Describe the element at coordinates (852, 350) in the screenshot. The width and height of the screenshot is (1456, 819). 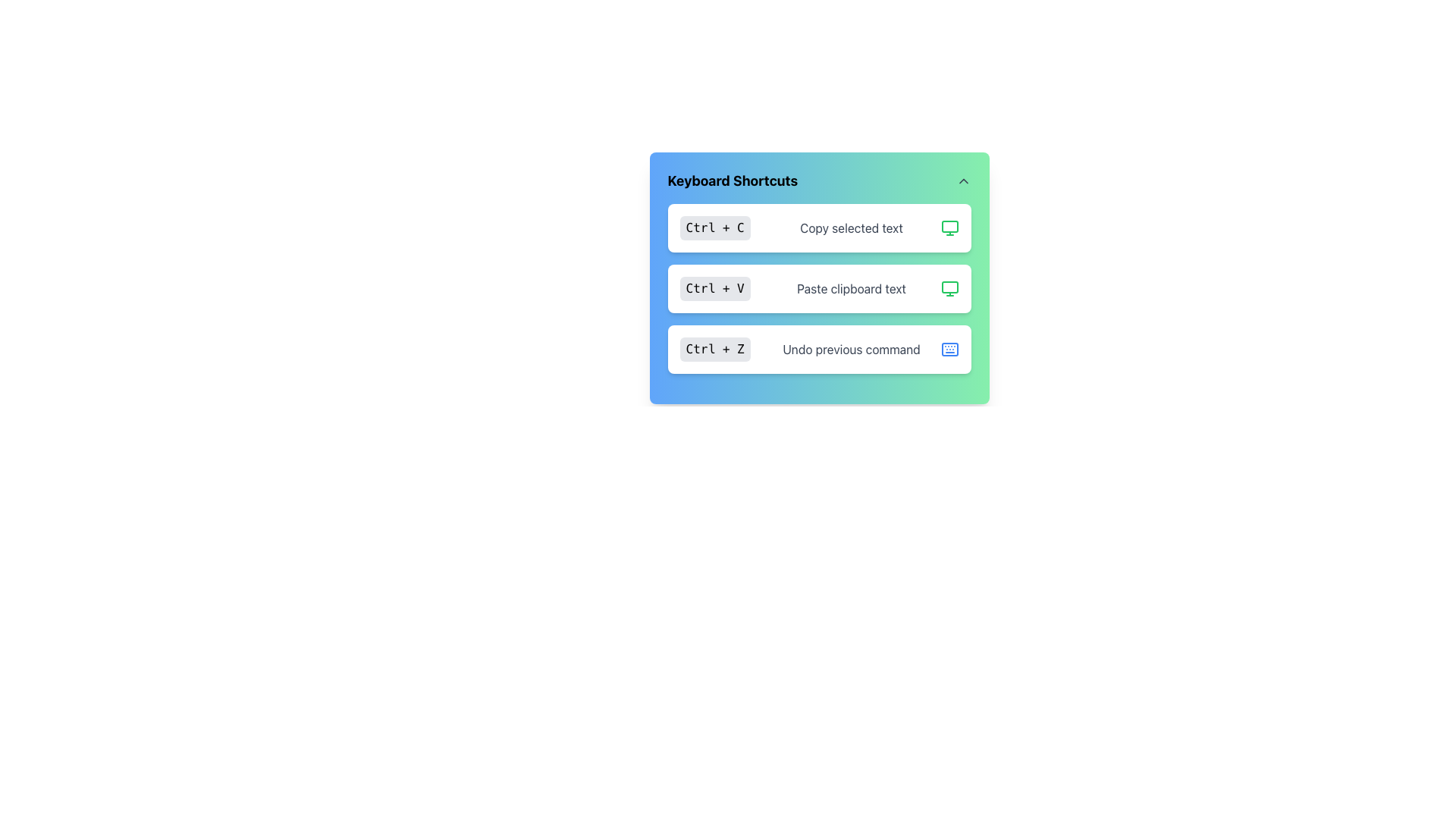
I see `the text label element displaying 'Undo previous command' which is located to the right of the 'Ctrl + Z' shortcut box and to the left of a keyboard icon` at that location.